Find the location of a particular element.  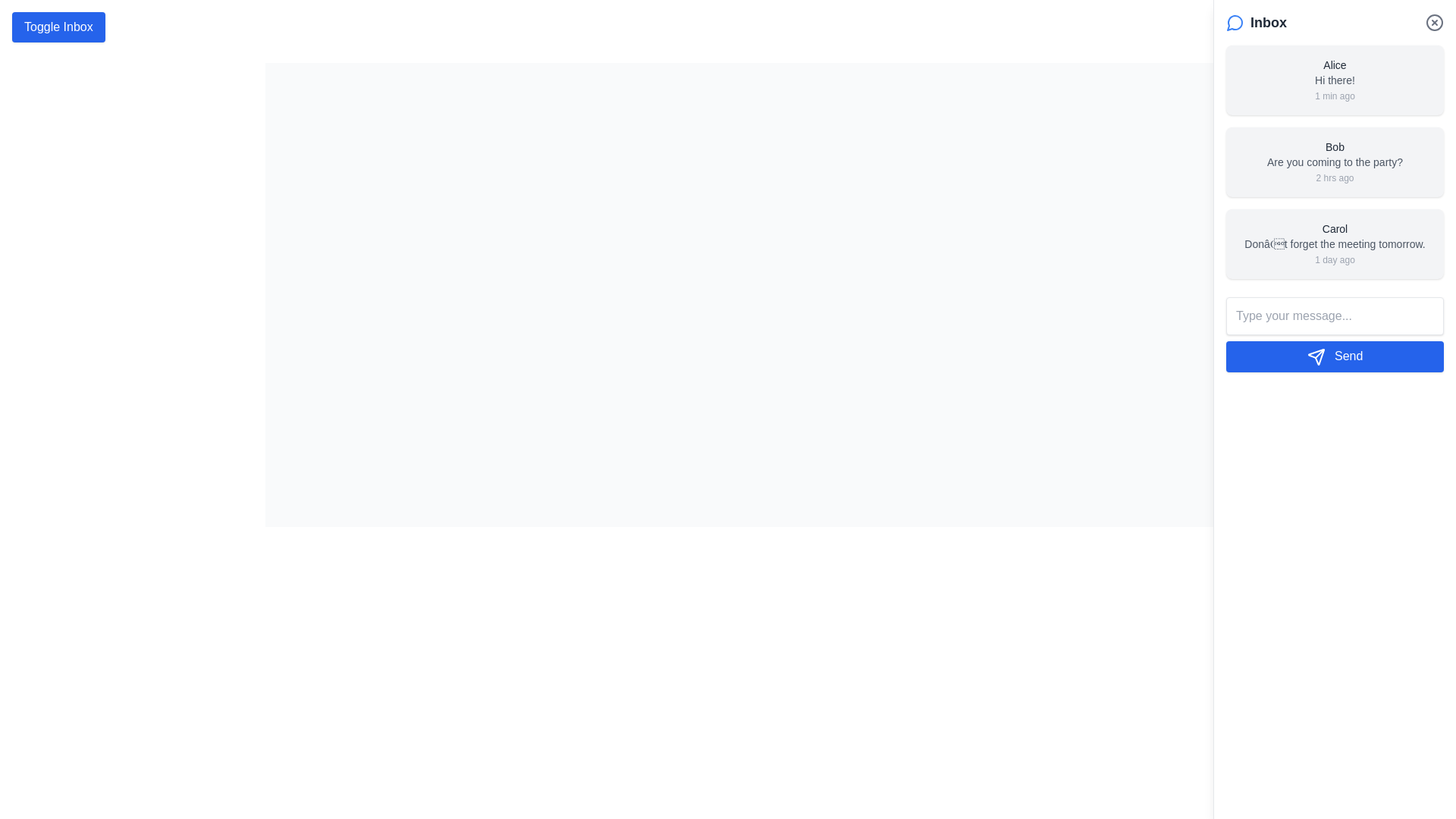

the small triangular 'send' icon located within the 'Send' button in the bottom-right corner of the chat interface is located at coordinates (1315, 356).